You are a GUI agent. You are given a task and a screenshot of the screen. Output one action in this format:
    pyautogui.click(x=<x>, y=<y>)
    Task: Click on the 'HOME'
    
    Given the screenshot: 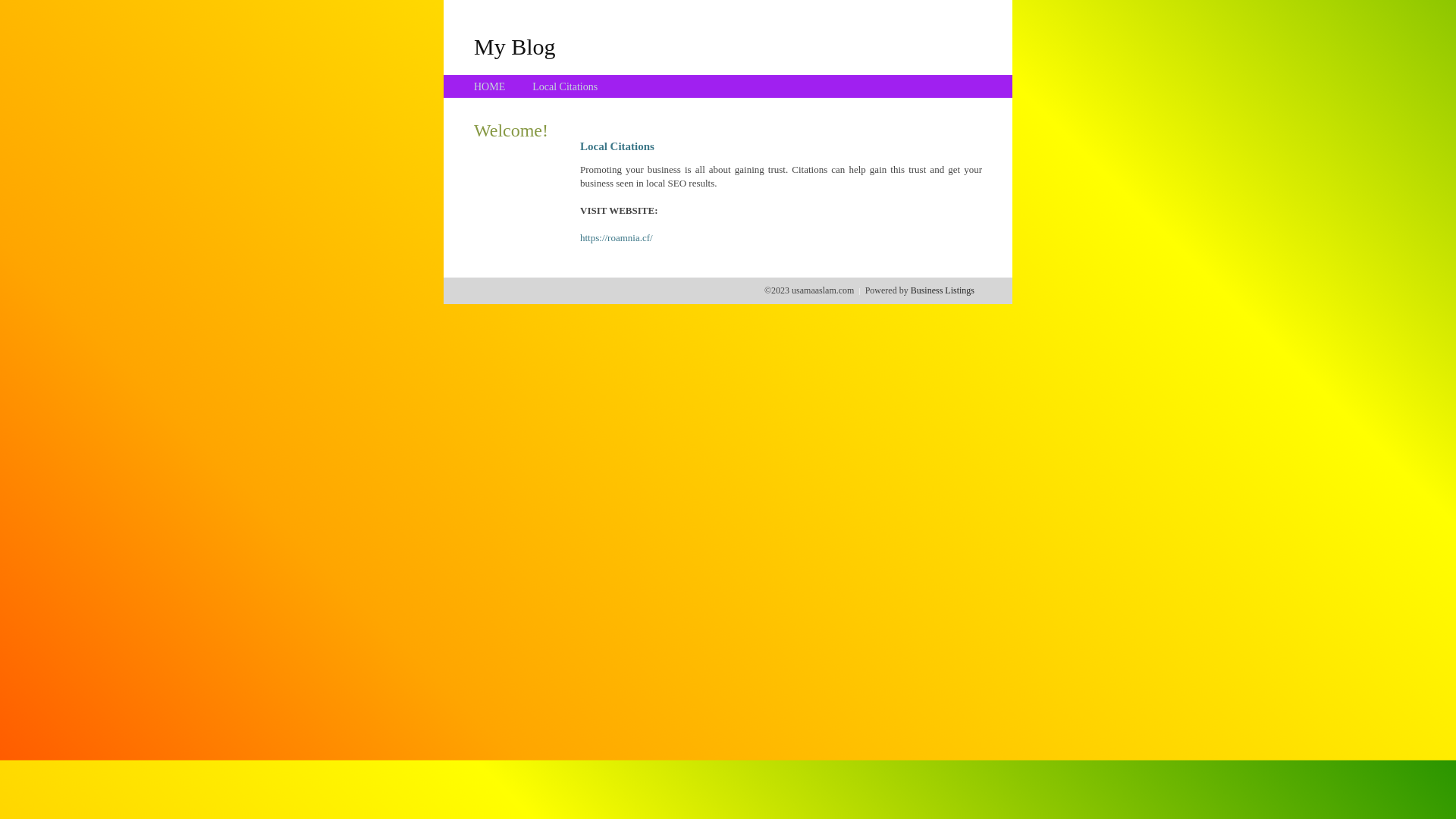 What is the action you would take?
    pyautogui.click(x=489, y=86)
    